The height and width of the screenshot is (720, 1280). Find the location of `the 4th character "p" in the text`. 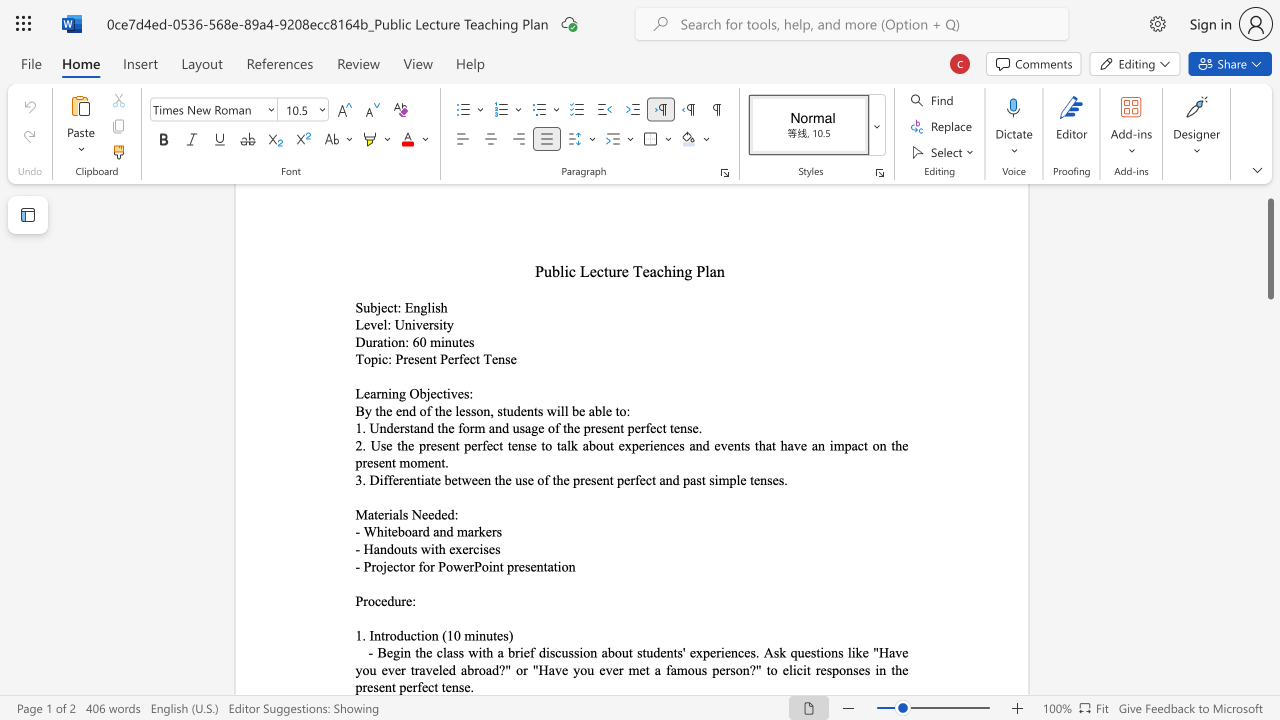

the 4th character "p" in the text is located at coordinates (359, 686).